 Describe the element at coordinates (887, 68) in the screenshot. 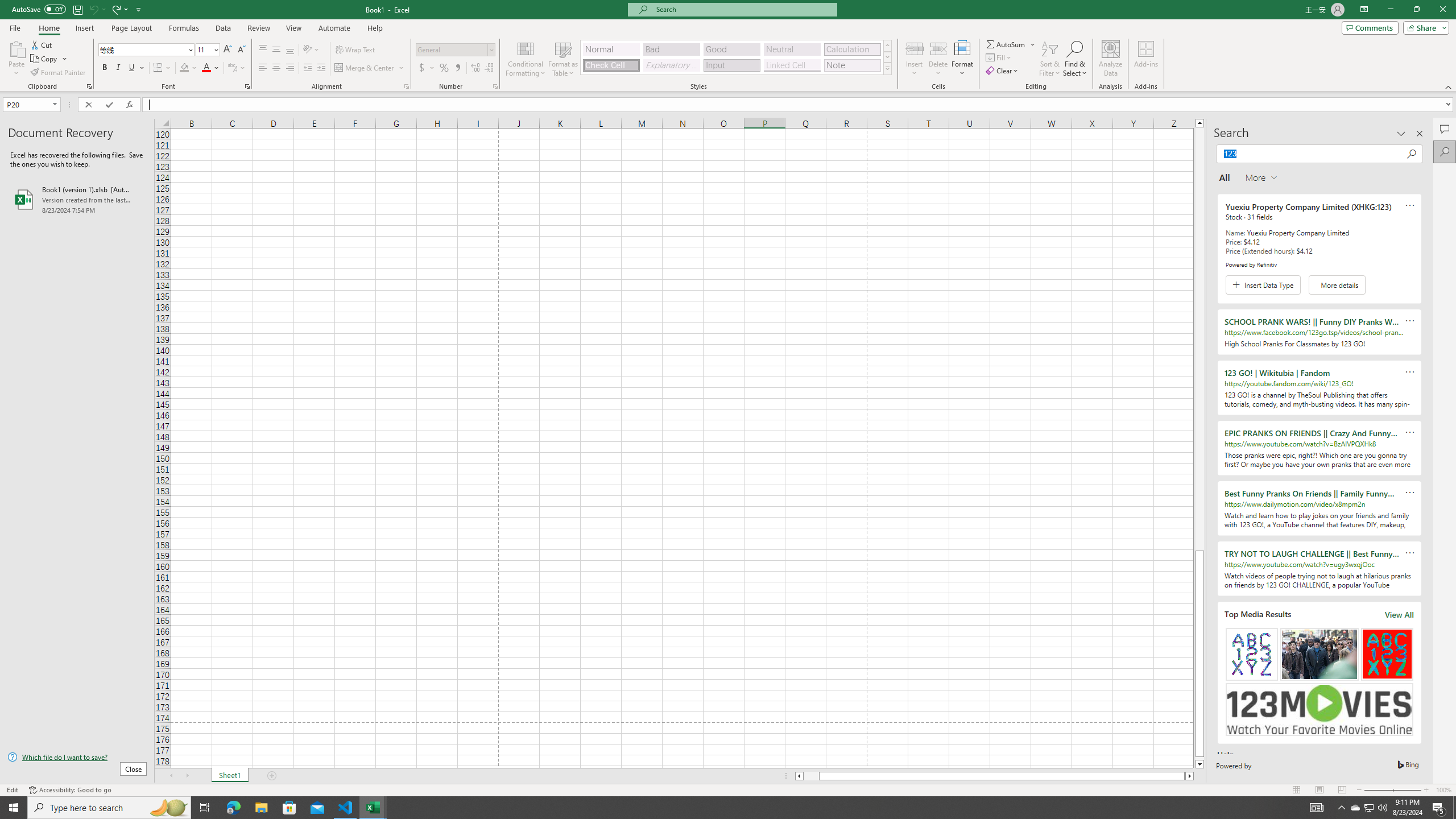

I see `'Class: NetUIImage'` at that location.